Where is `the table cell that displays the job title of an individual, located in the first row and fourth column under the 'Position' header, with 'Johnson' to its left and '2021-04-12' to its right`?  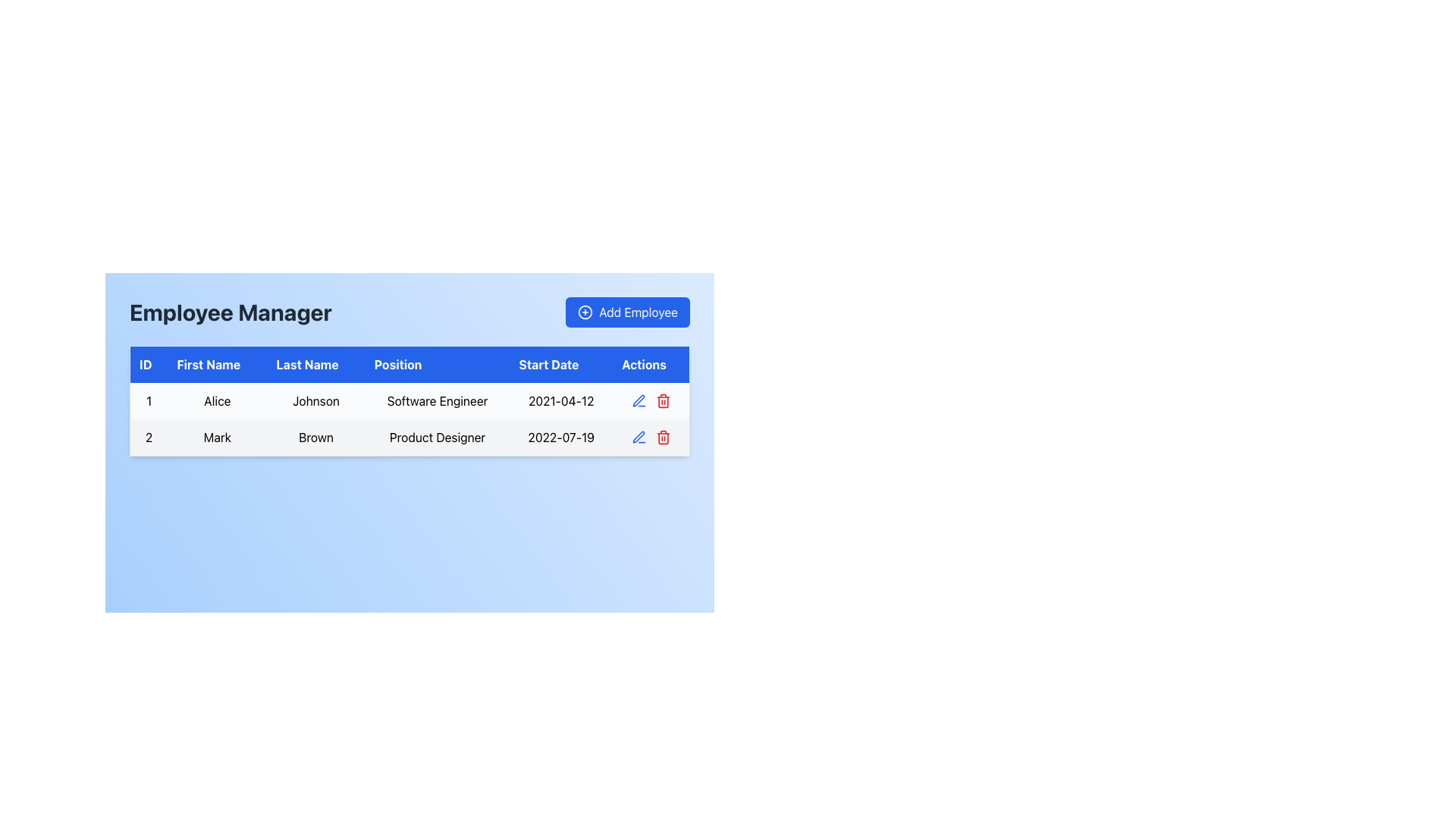 the table cell that displays the job title of an individual, located in the first row and fourth column under the 'Position' header, with 'Johnson' to its left and '2021-04-12' to its right is located at coordinates (437, 400).